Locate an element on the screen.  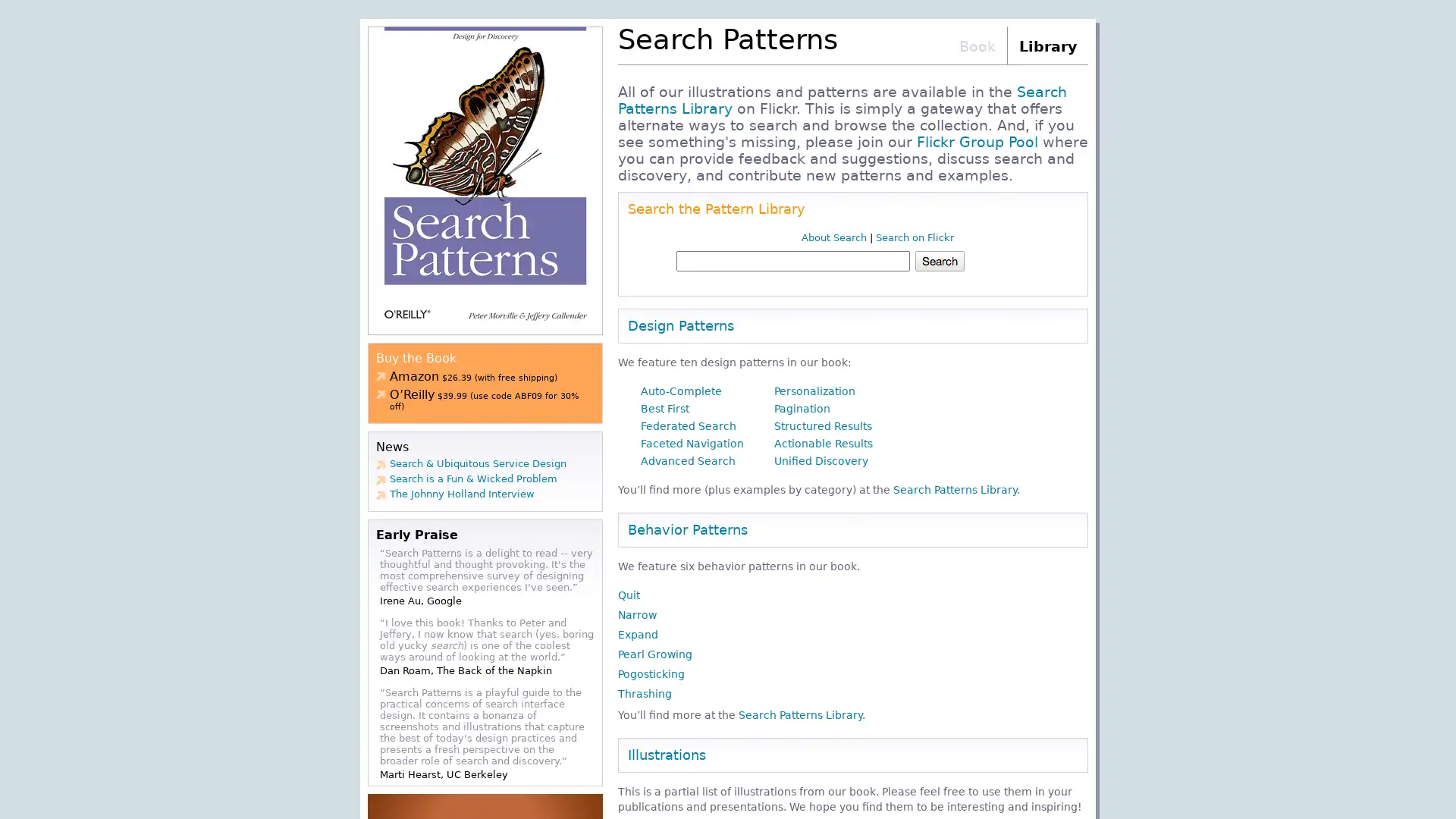
SUBMIT is located at coordinates (996, 260).